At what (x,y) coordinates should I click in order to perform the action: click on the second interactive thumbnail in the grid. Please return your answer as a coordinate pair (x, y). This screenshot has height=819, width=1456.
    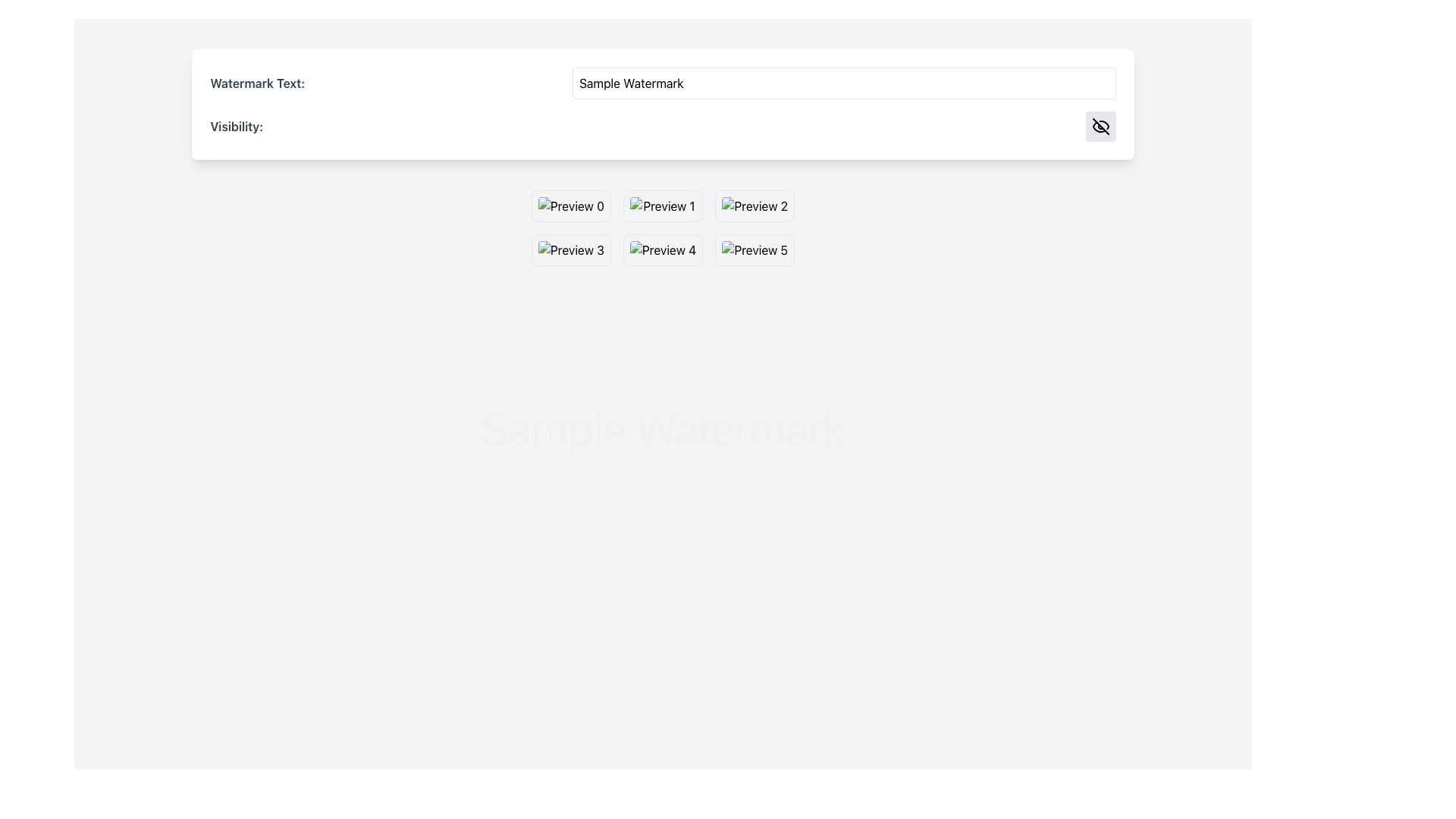
    Looking at the image, I should click on (663, 206).